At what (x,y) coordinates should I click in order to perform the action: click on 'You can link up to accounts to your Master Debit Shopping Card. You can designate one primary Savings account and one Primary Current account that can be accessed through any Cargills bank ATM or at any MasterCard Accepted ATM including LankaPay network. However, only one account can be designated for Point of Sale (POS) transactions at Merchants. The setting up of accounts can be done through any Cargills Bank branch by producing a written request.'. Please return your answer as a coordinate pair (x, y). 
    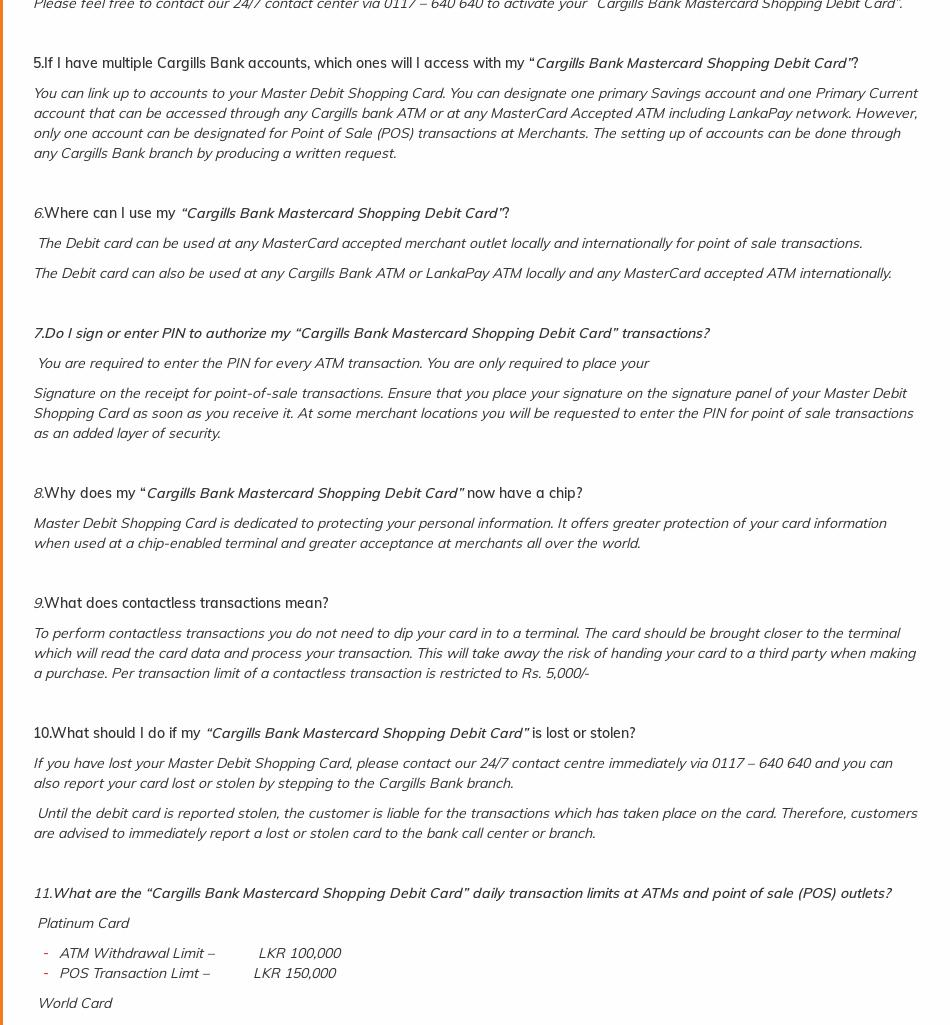
    Looking at the image, I should click on (475, 123).